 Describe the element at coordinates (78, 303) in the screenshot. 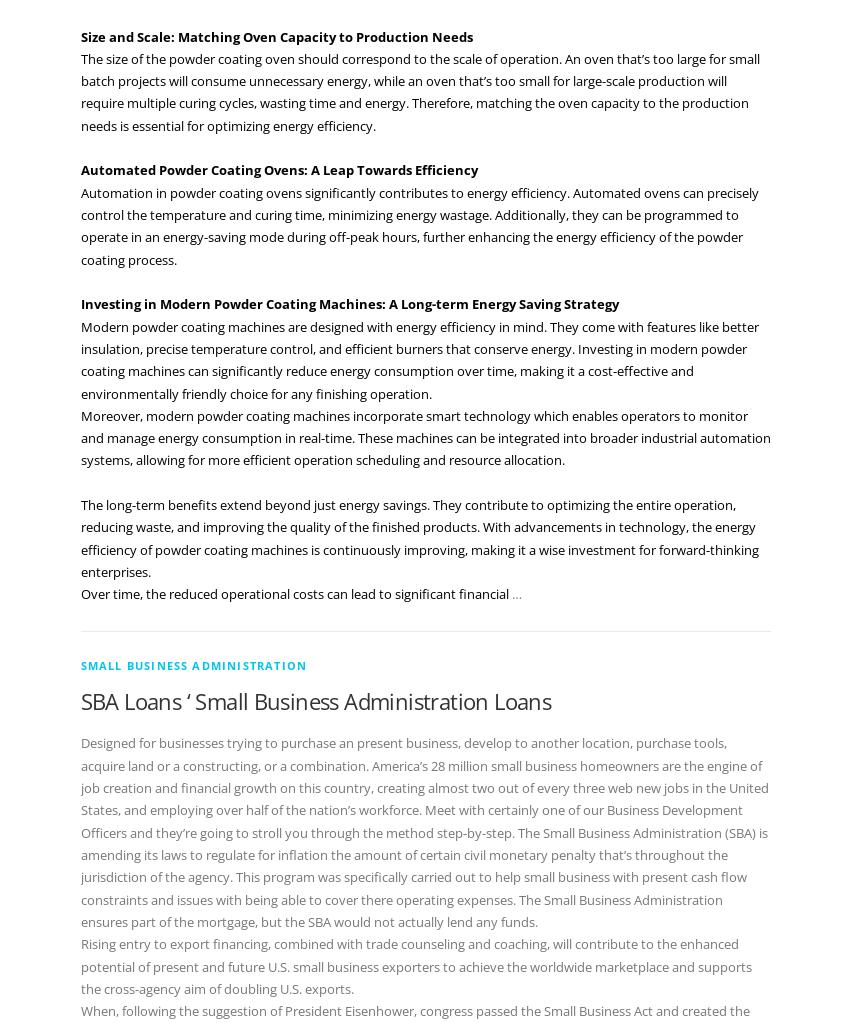

I see `'Investing in Modern Powder Coating Machines: A Long-term Energy Saving Strategy'` at that location.